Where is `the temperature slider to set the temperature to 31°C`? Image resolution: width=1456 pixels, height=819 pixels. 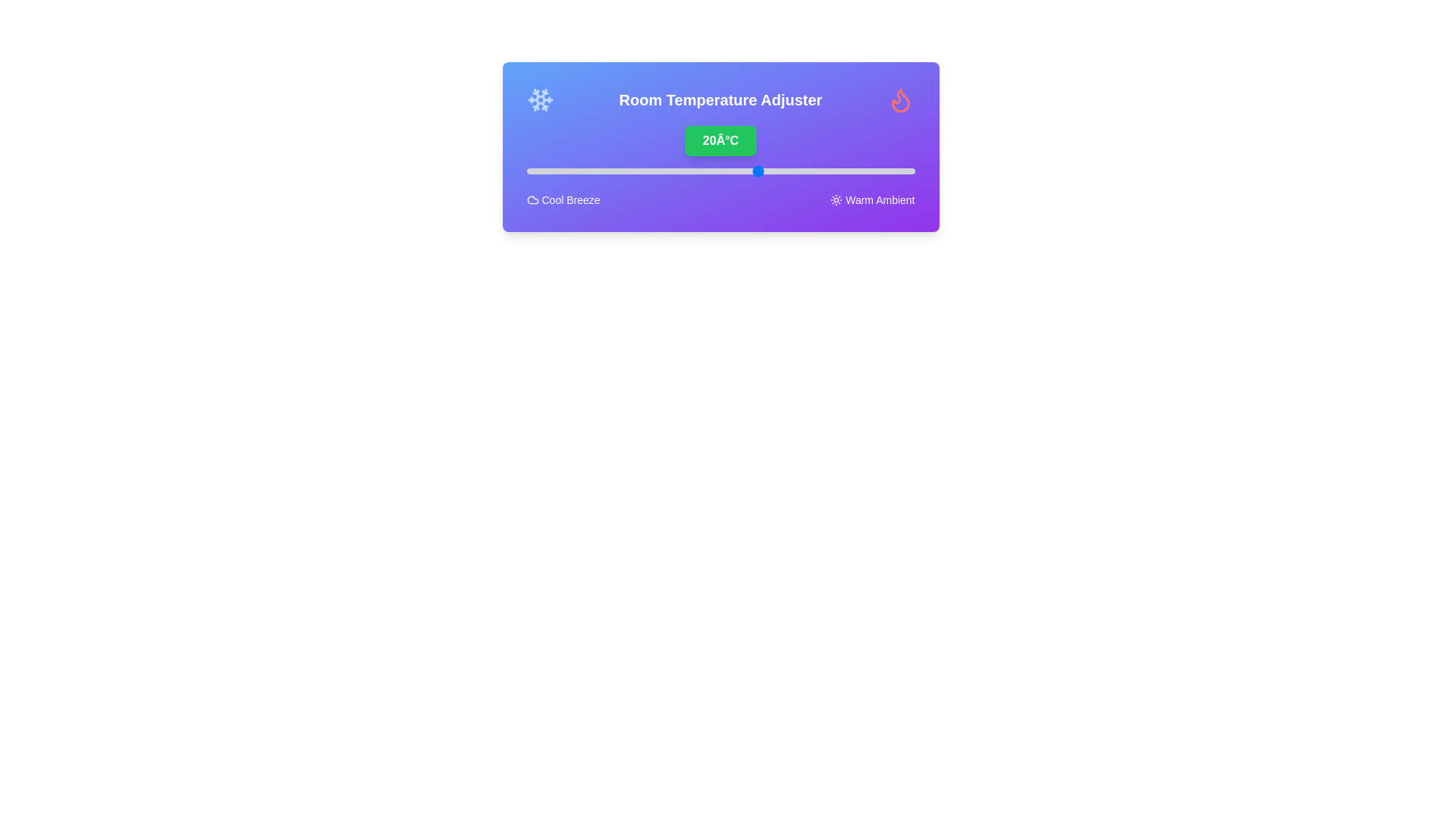
the temperature slider to set the temperature to 31°C is located at coordinates (844, 171).